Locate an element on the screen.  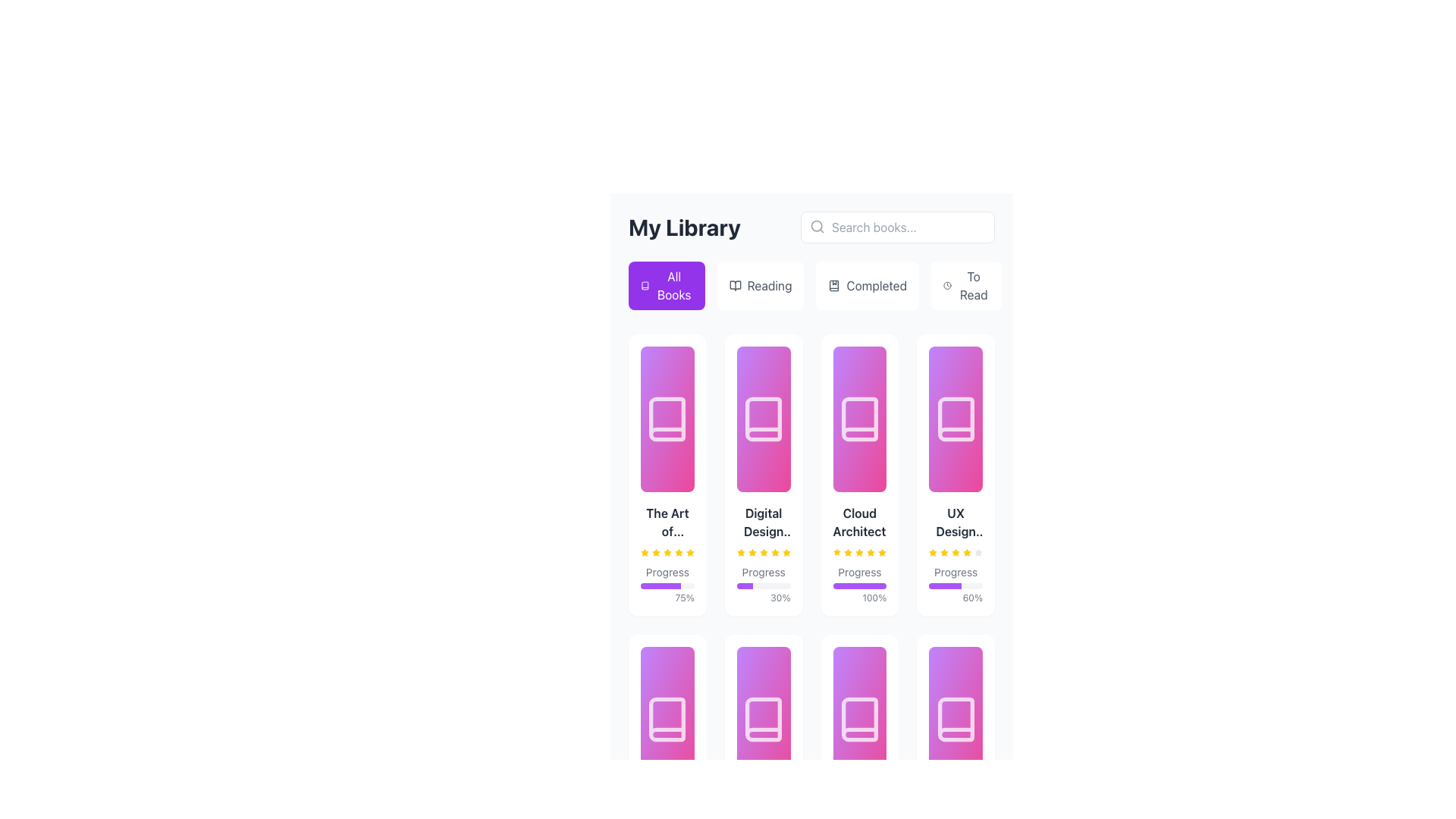
the third star-shaped icon in the rating control for the 'Cloud Architect' card, which has a yellow fill and dark outline is located at coordinates (847, 552).